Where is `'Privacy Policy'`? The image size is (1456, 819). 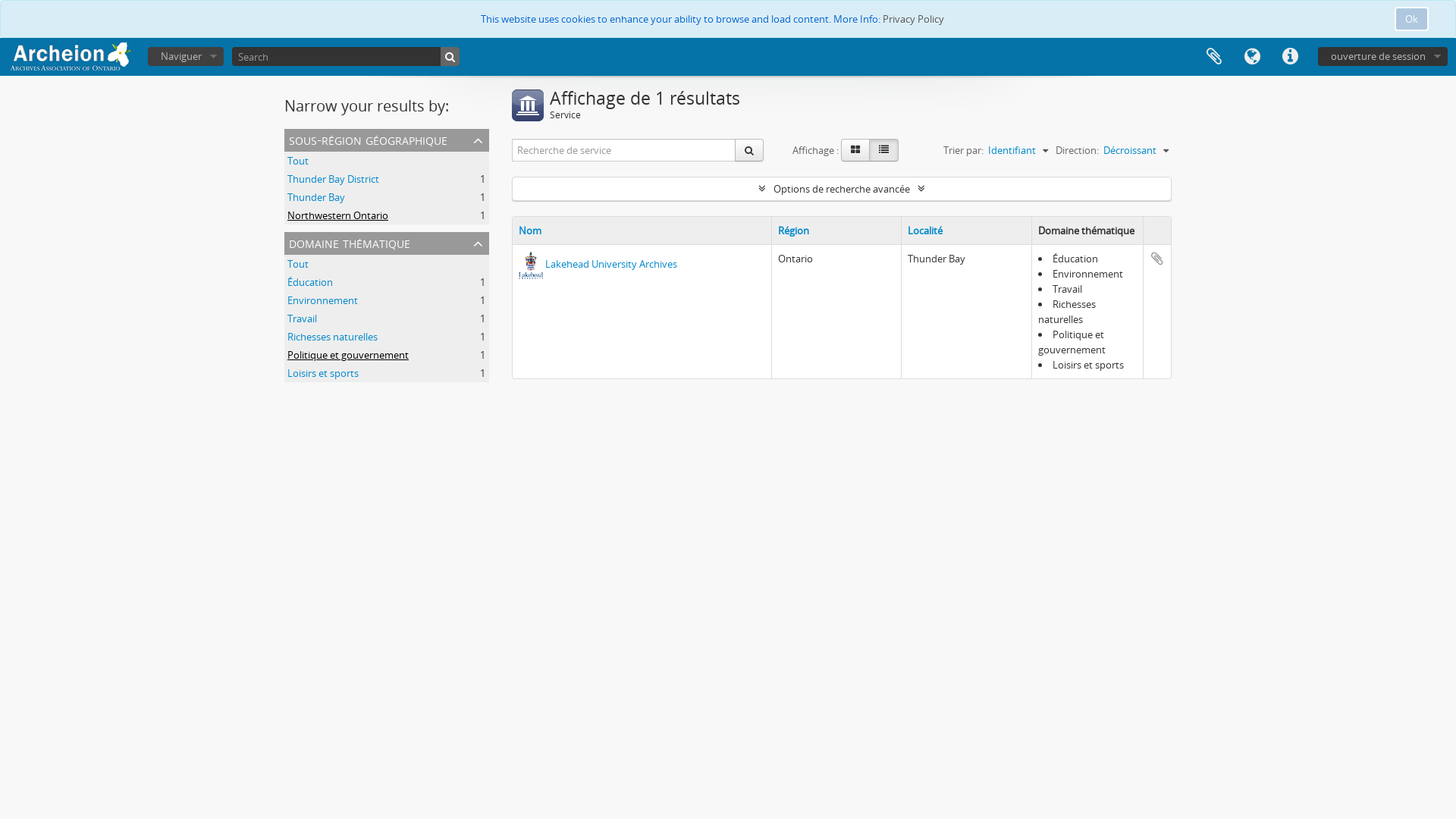
'Privacy Policy' is located at coordinates (912, 18).